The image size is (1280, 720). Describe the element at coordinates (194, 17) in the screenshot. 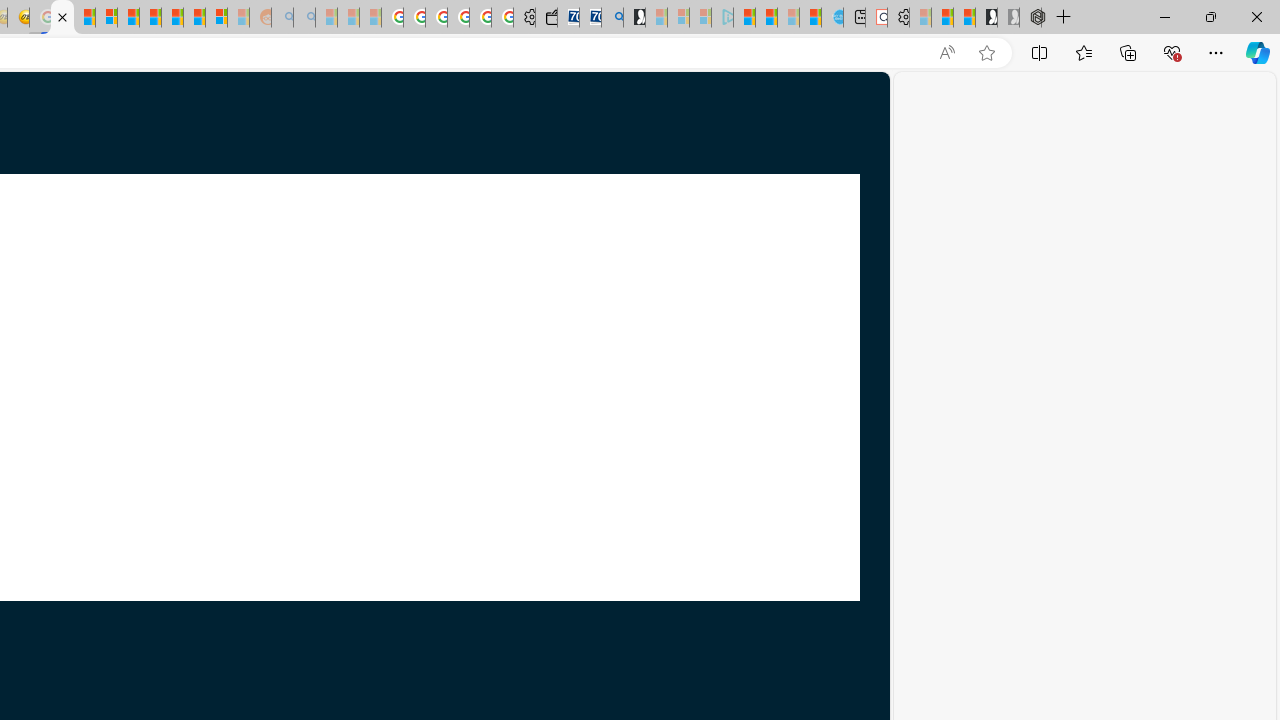

I see `'Kinda Frugal - MSN'` at that location.